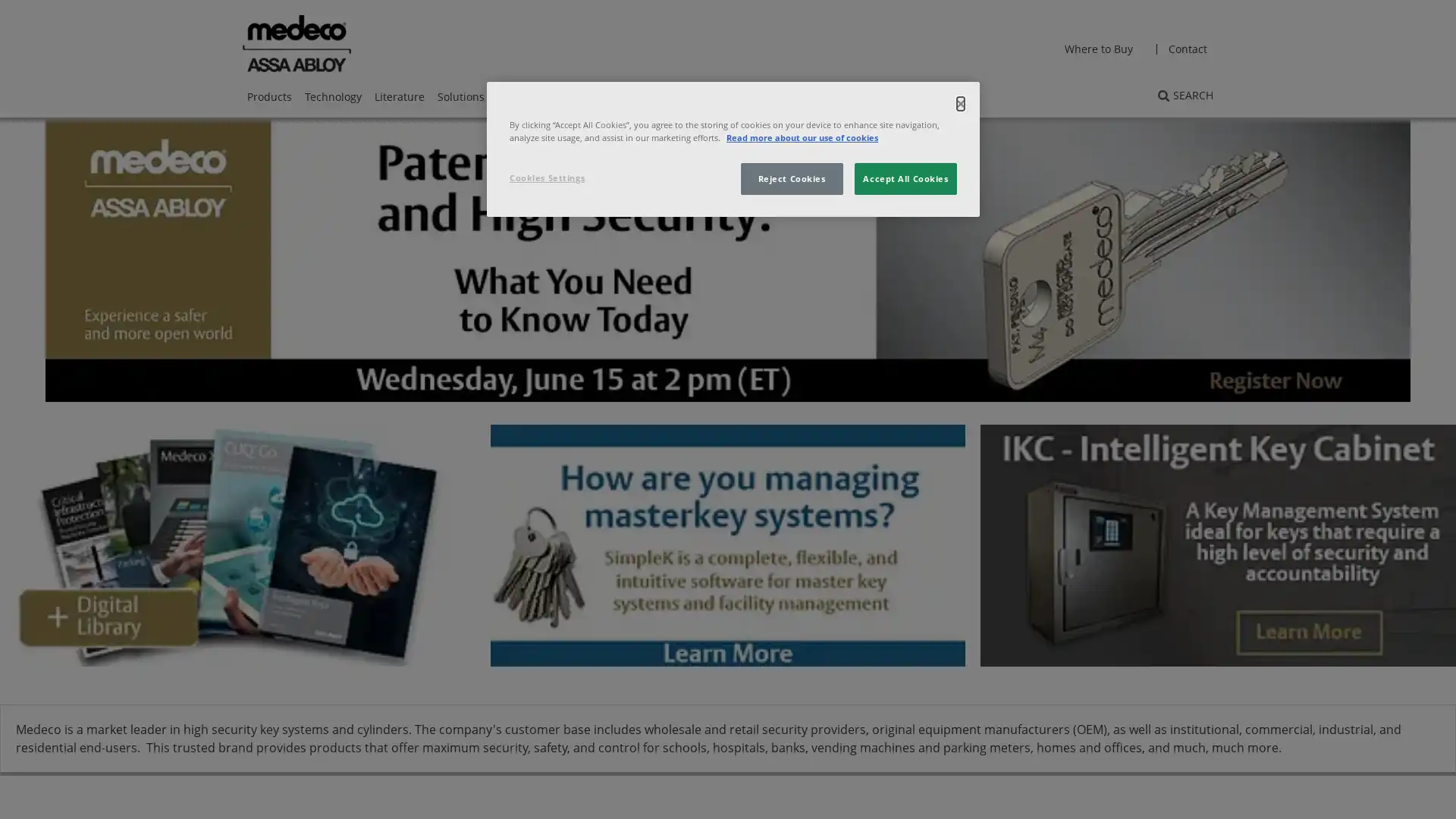 The width and height of the screenshot is (1456, 819). What do you see at coordinates (905, 177) in the screenshot?
I see `Accept All Cookies` at bounding box center [905, 177].